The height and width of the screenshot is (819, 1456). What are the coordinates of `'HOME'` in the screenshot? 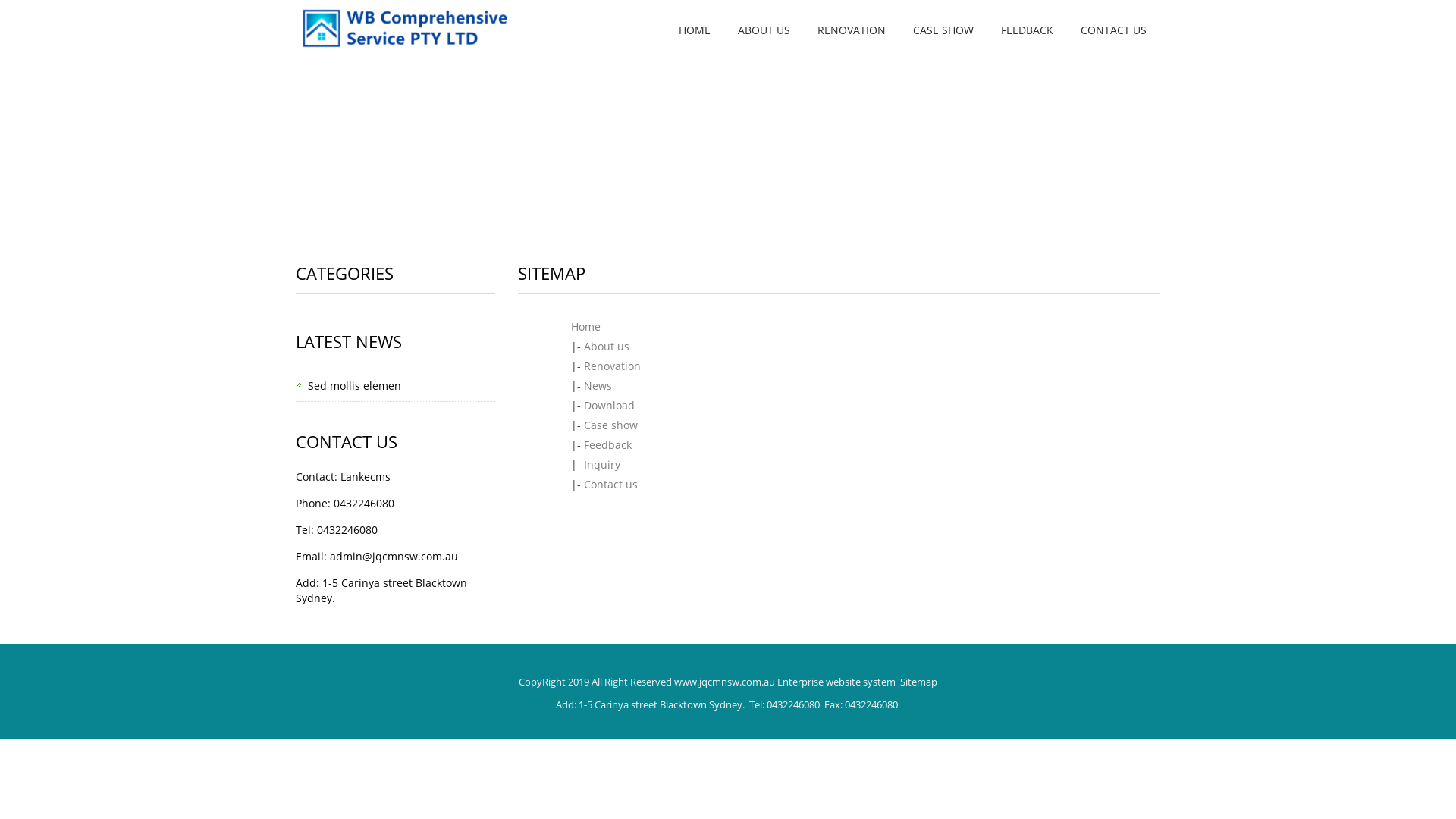 It's located at (694, 30).